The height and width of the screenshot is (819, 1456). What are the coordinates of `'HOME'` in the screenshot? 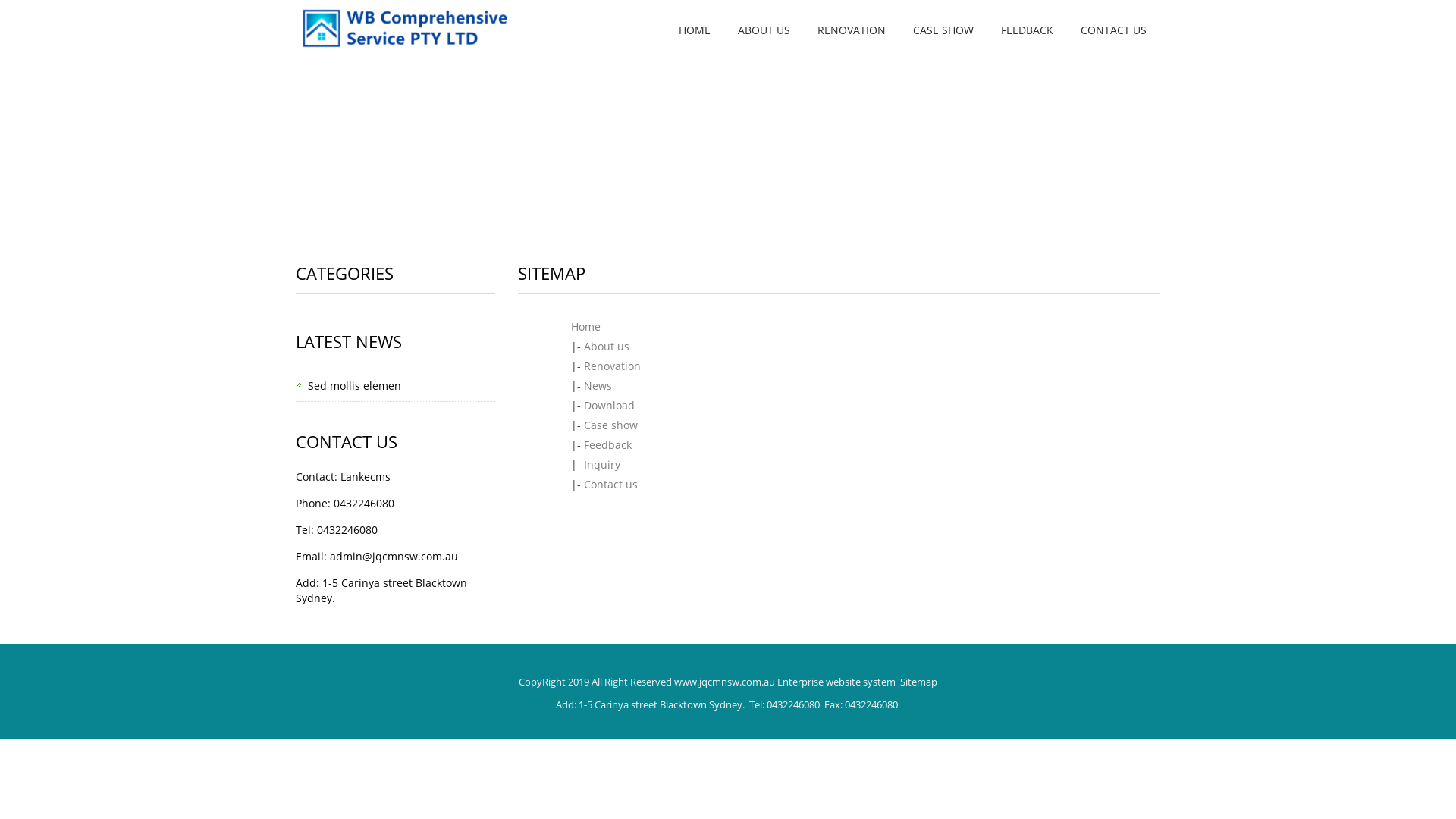 It's located at (694, 30).